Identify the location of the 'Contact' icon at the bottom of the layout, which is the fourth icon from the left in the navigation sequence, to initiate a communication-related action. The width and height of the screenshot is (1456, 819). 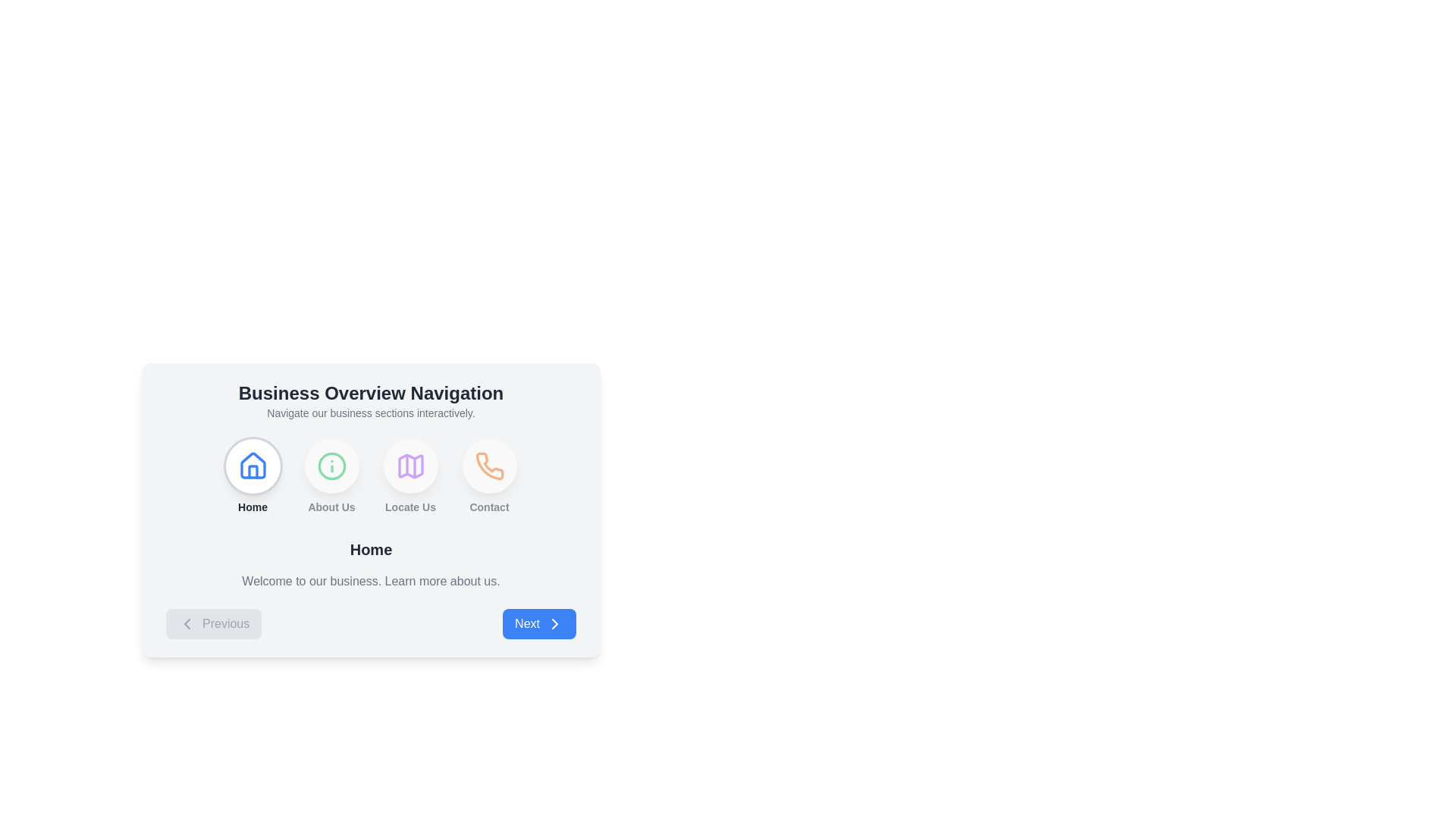
(489, 465).